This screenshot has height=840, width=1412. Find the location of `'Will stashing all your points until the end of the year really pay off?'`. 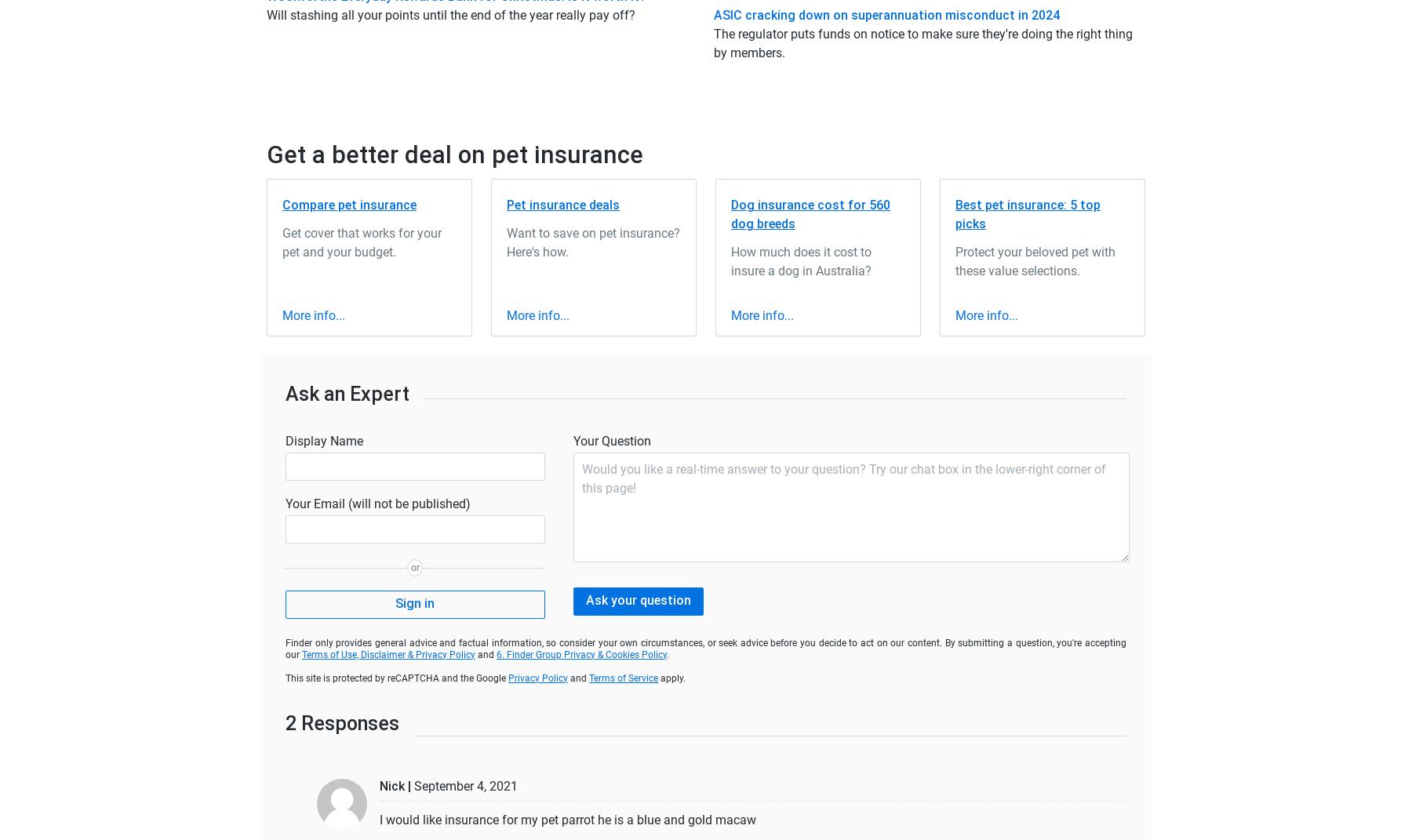

'Will stashing all your points until the end of the year really pay off?' is located at coordinates (267, 13).